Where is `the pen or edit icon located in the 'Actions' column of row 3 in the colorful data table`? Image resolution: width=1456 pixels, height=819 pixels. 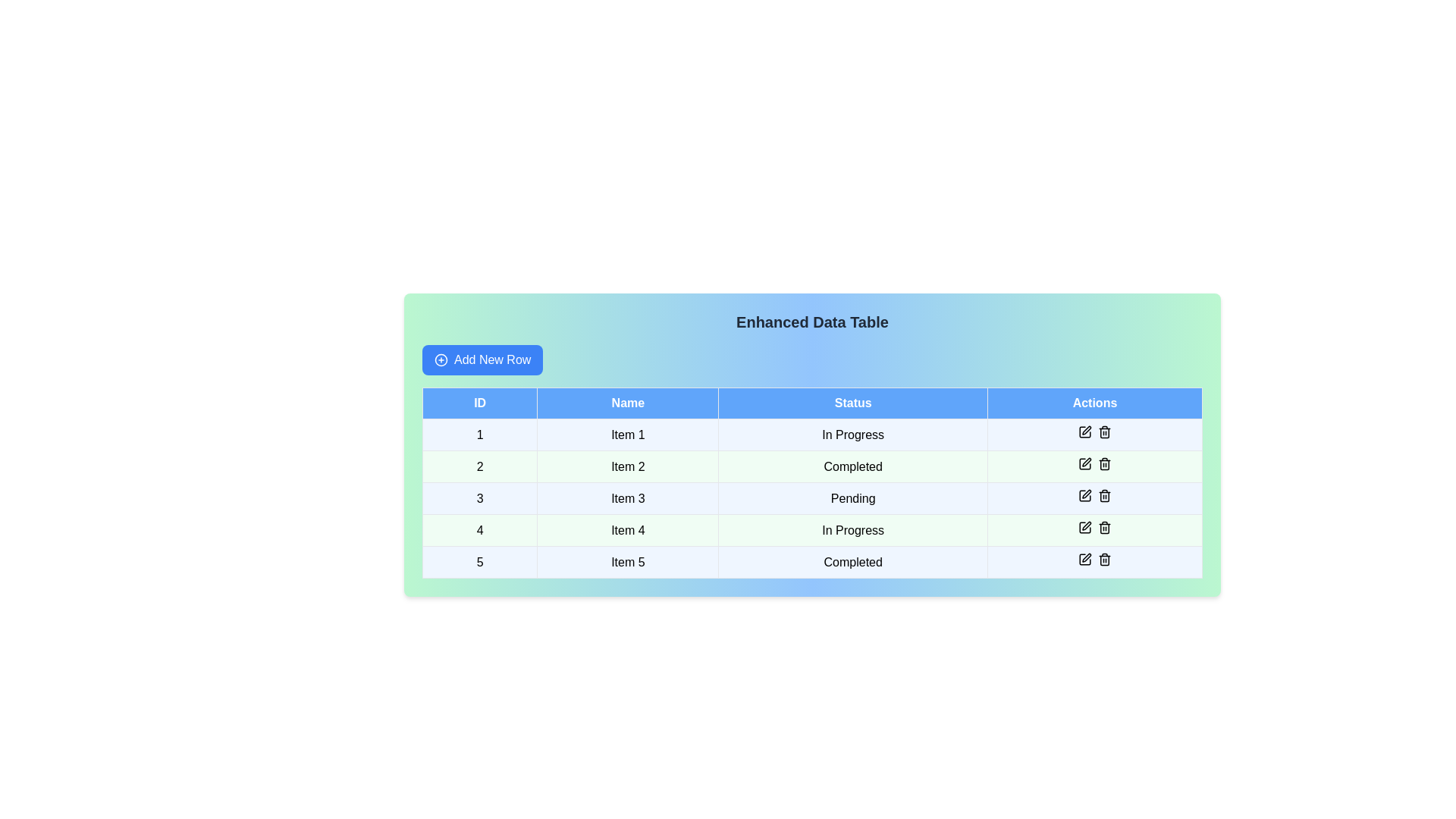 the pen or edit icon located in the 'Actions' column of row 3 in the colorful data table is located at coordinates (1086, 494).